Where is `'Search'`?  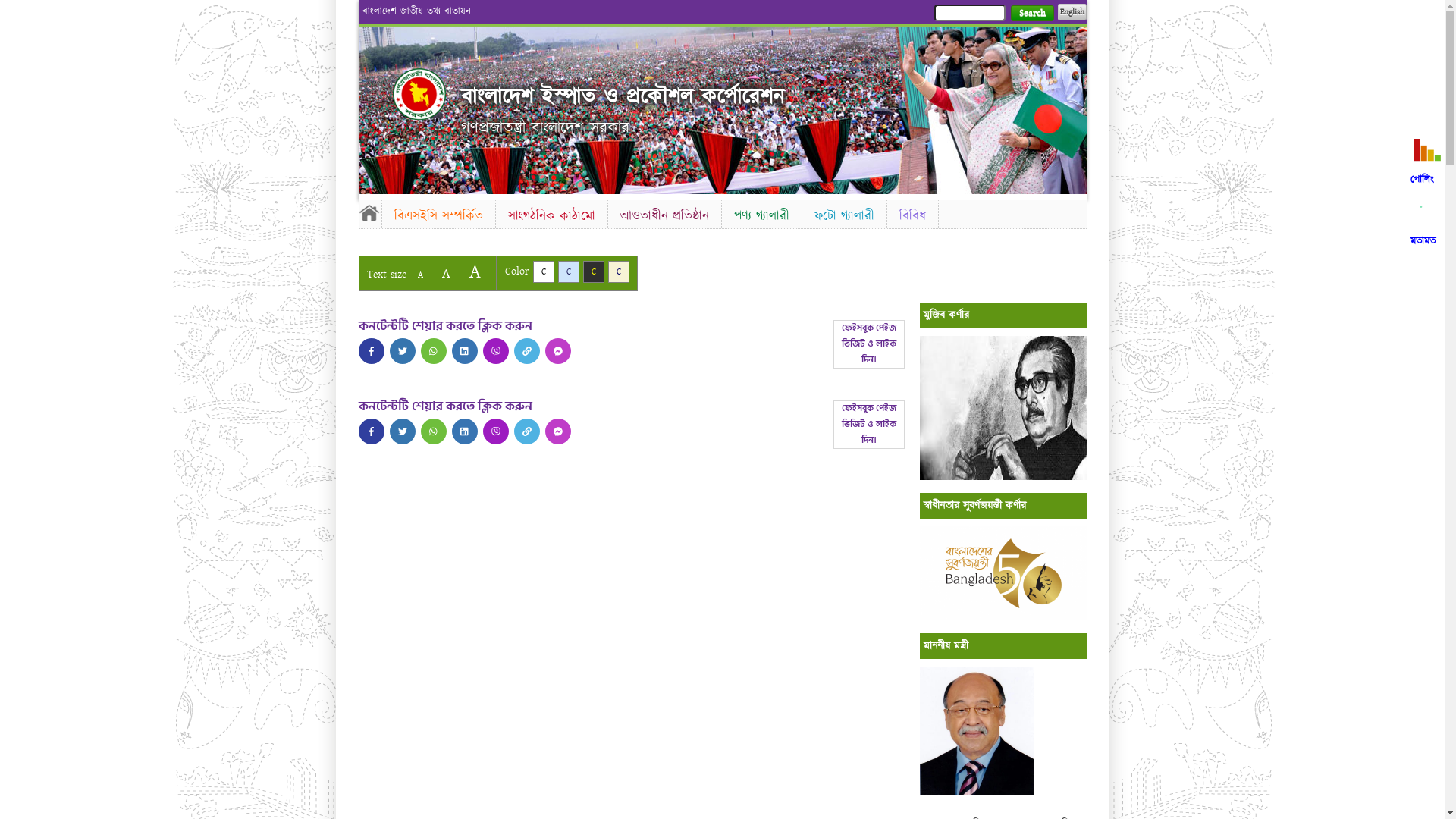
'Search' is located at coordinates (1031, 13).